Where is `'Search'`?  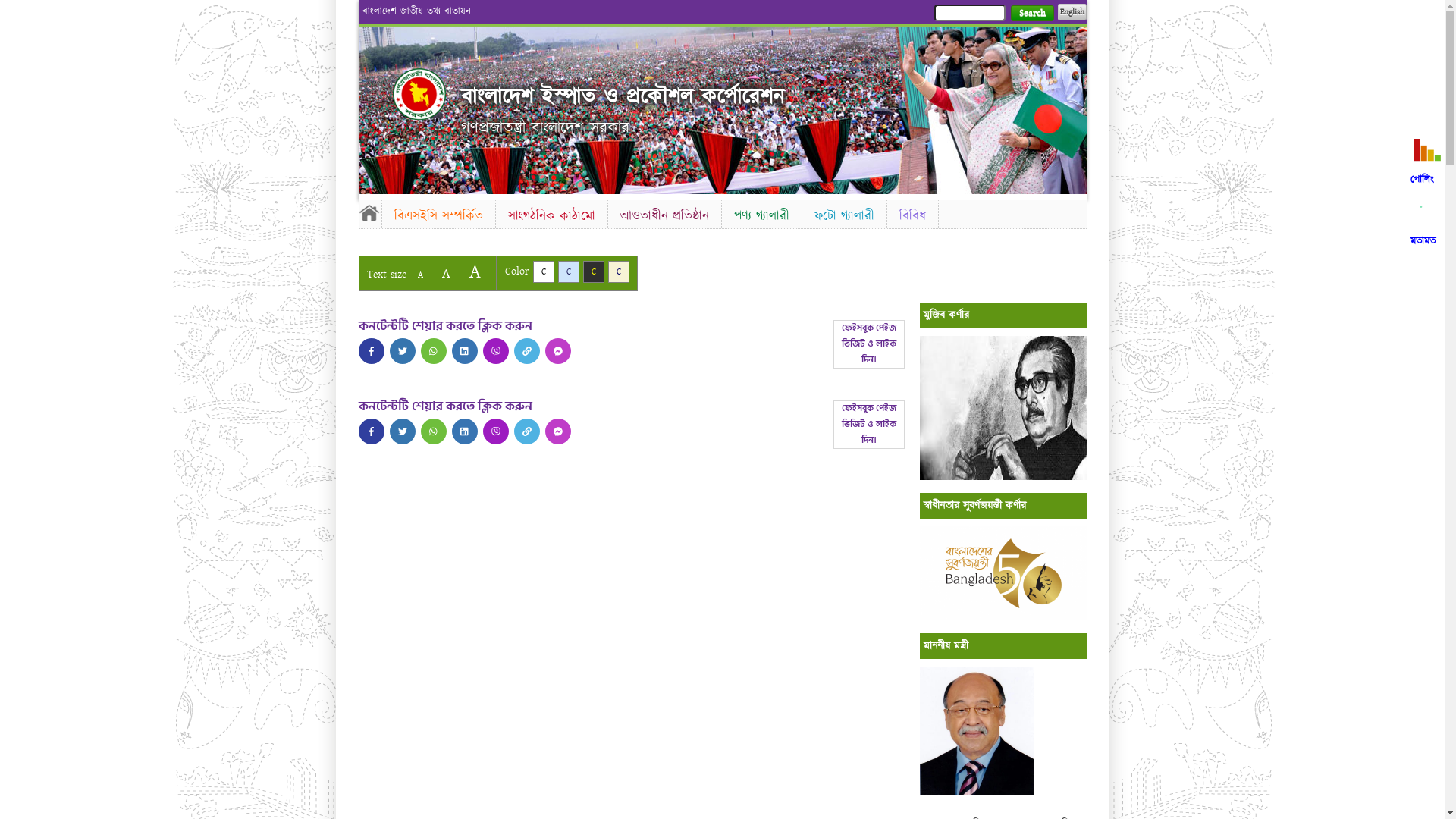
'Search' is located at coordinates (1031, 13).